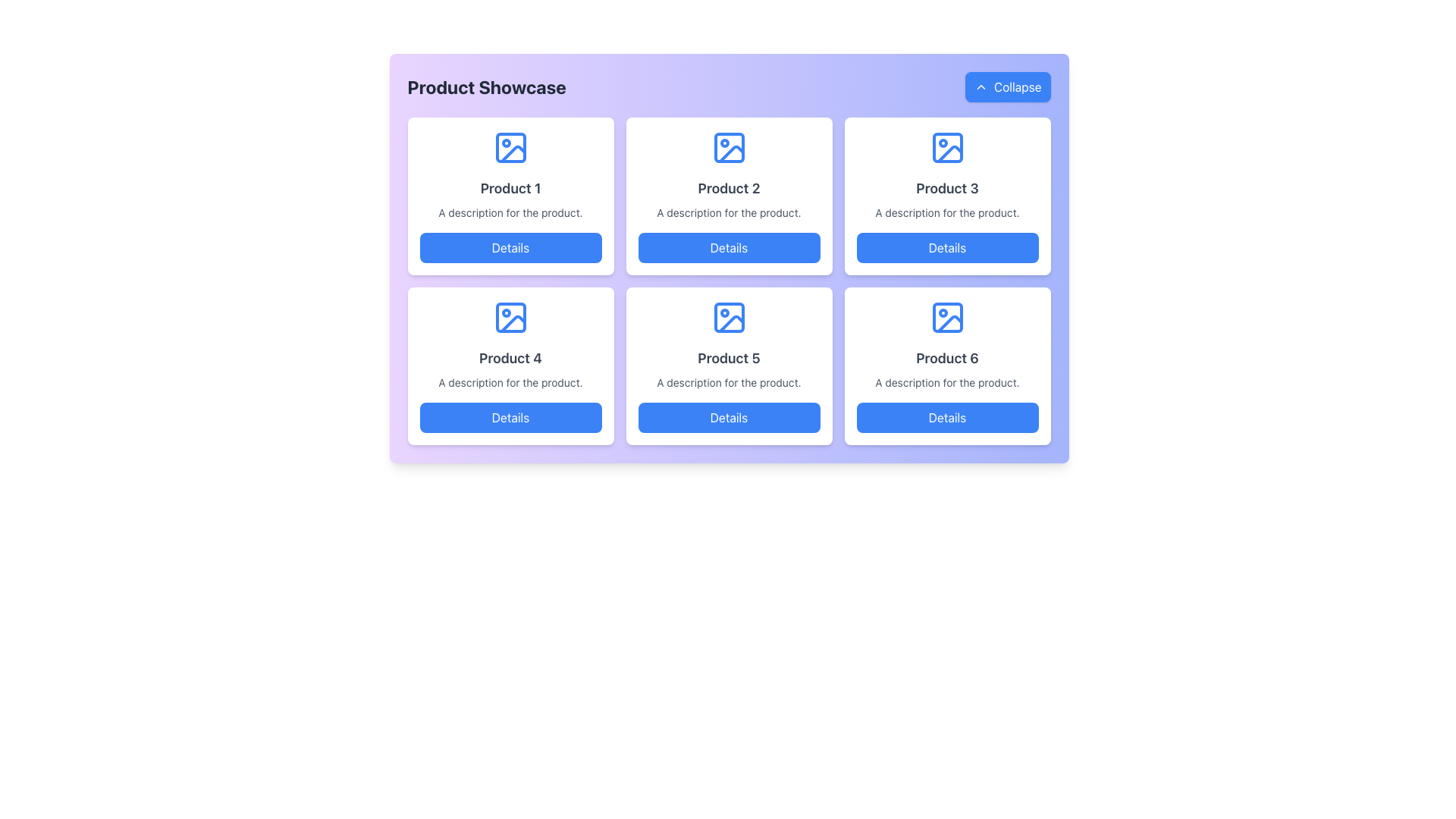 The height and width of the screenshot is (819, 1456). I want to click on the graphical component representing the placeholder image icon in the 'Product 4' section, located in the second row, first column of the grid layout, so click(510, 317).